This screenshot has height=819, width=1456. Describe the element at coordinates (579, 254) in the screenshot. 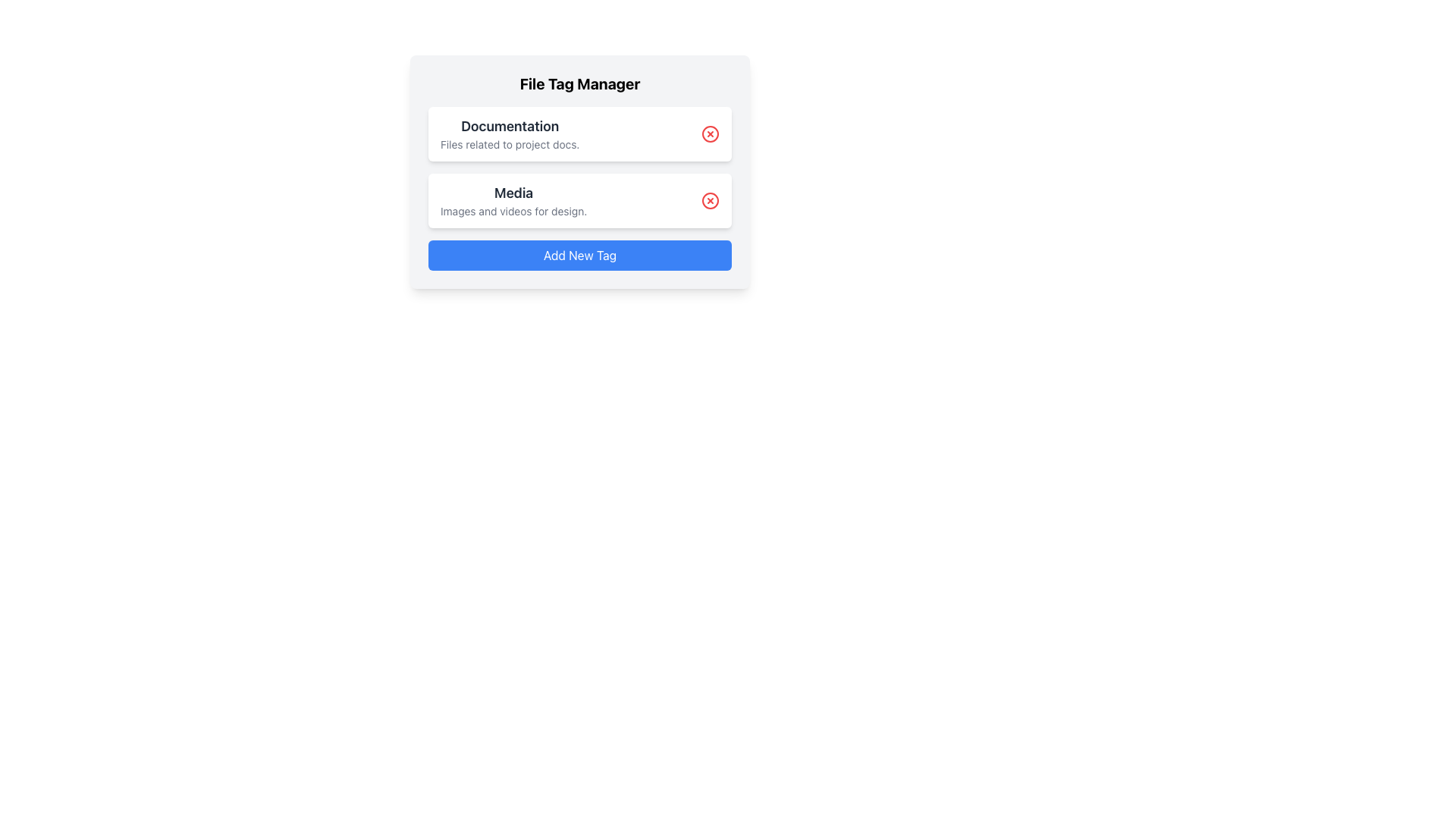

I see `the large blue button labeled 'Add New Tag'` at that location.